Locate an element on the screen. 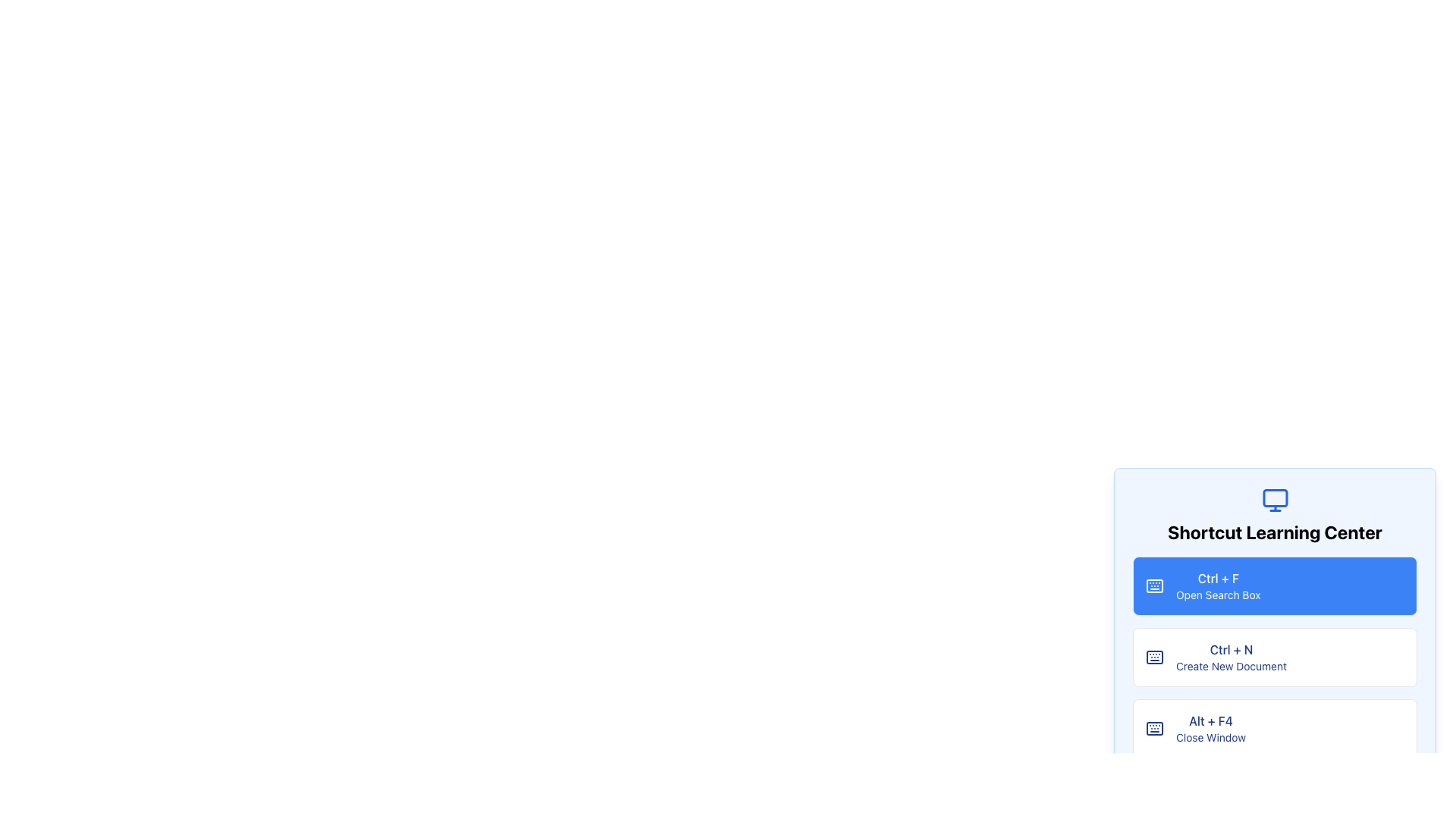 The image size is (1456, 819). the text element that informs users about the keyboard shortcut 'Ctrl + N' for creating a new document, located in the 'Shortcut Learning Center' is located at coordinates (1231, 657).